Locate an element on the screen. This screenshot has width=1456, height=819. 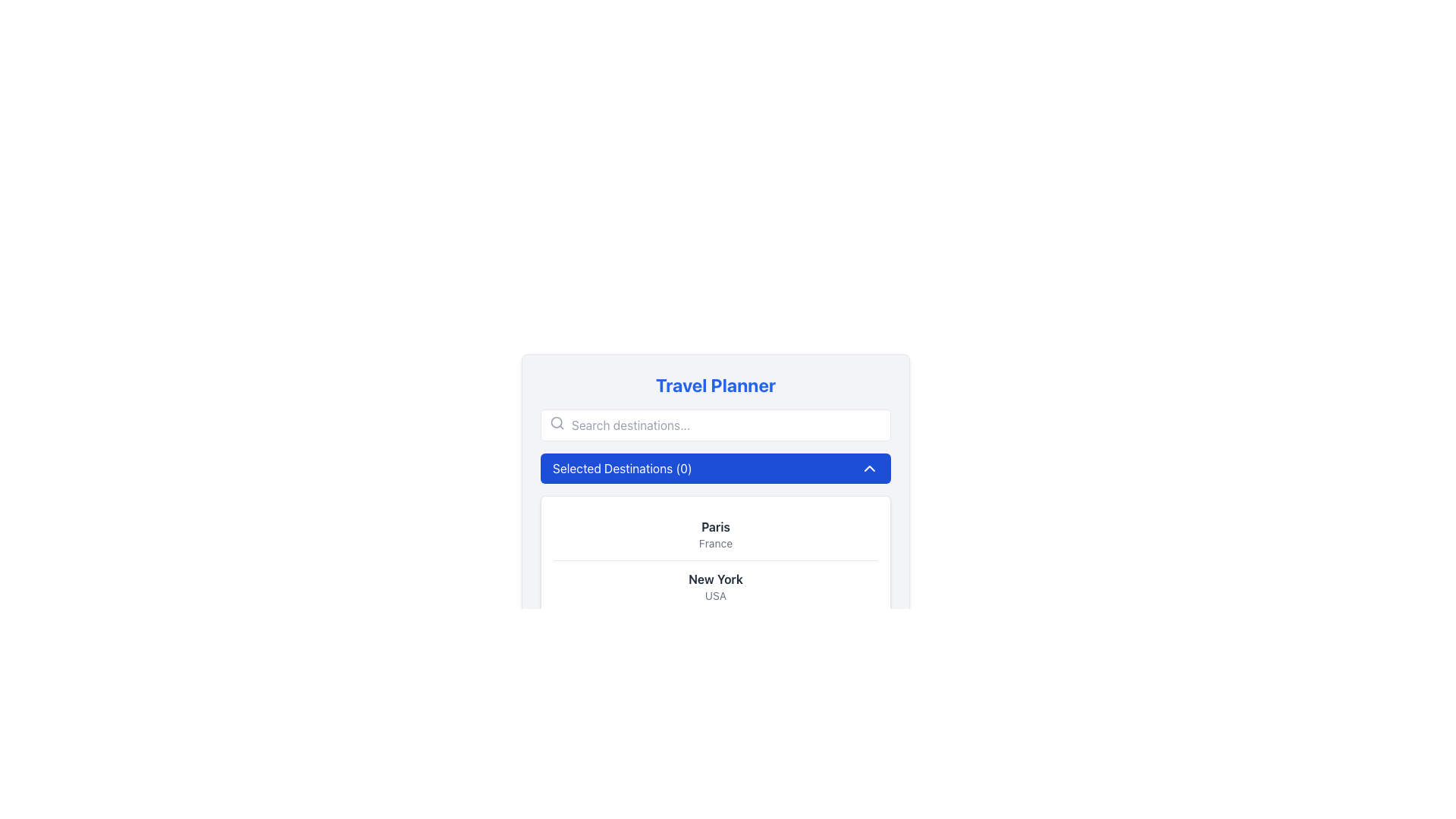
the collapsible icon located at the top-right of the 'Selected Destinations (0)' button to interact with it is located at coordinates (870, 467).